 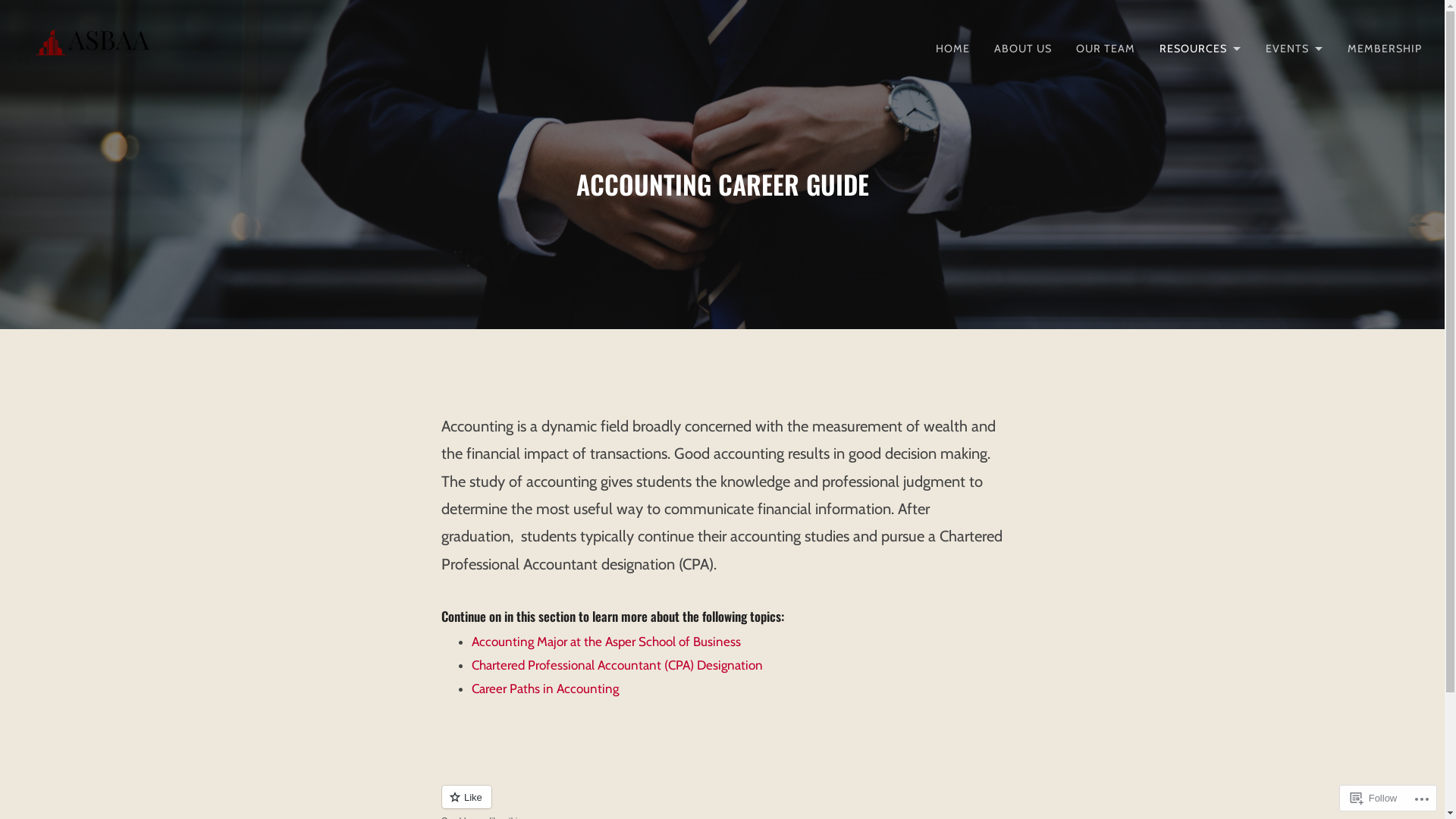 What do you see at coordinates (545, 688) in the screenshot?
I see `'Career Paths in Accounting'` at bounding box center [545, 688].